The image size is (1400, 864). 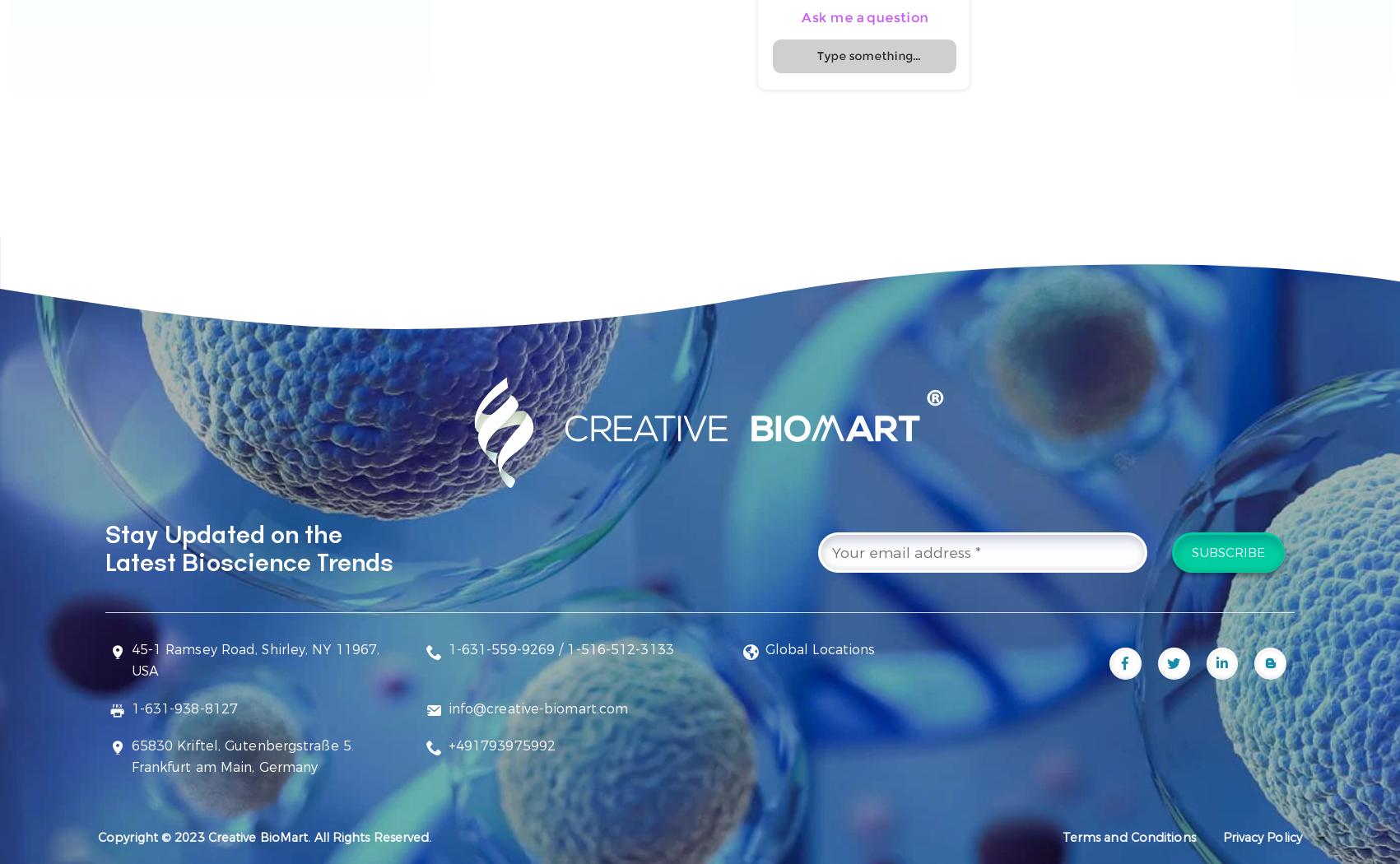 What do you see at coordinates (264, 836) in the screenshot?
I see `'Copyright © 2023 Creative BioMart. All Rights Reserved.'` at bounding box center [264, 836].